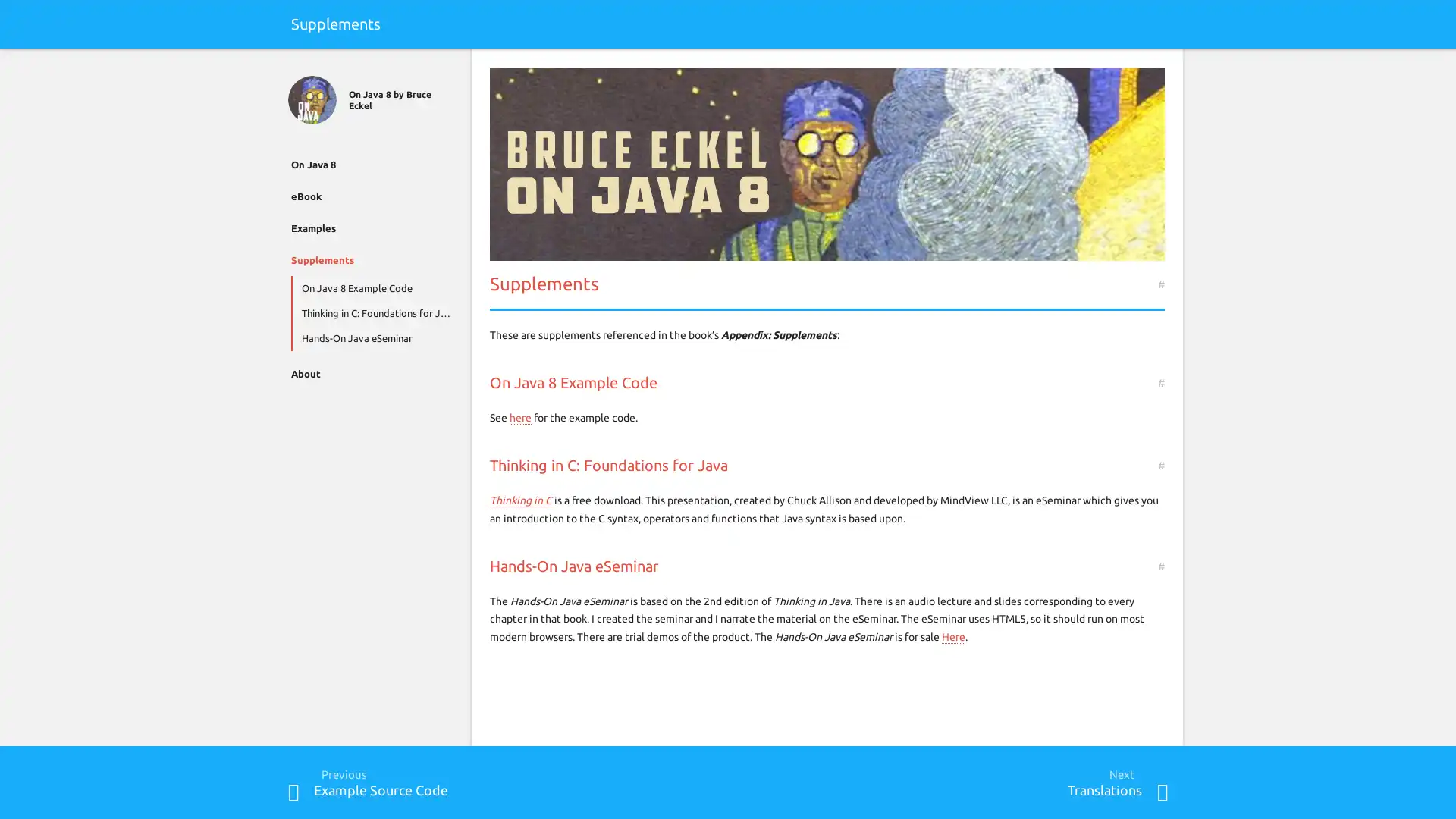  Describe the element at coordinates (1161, 791) in the screenshot. I see `Next` at that location.